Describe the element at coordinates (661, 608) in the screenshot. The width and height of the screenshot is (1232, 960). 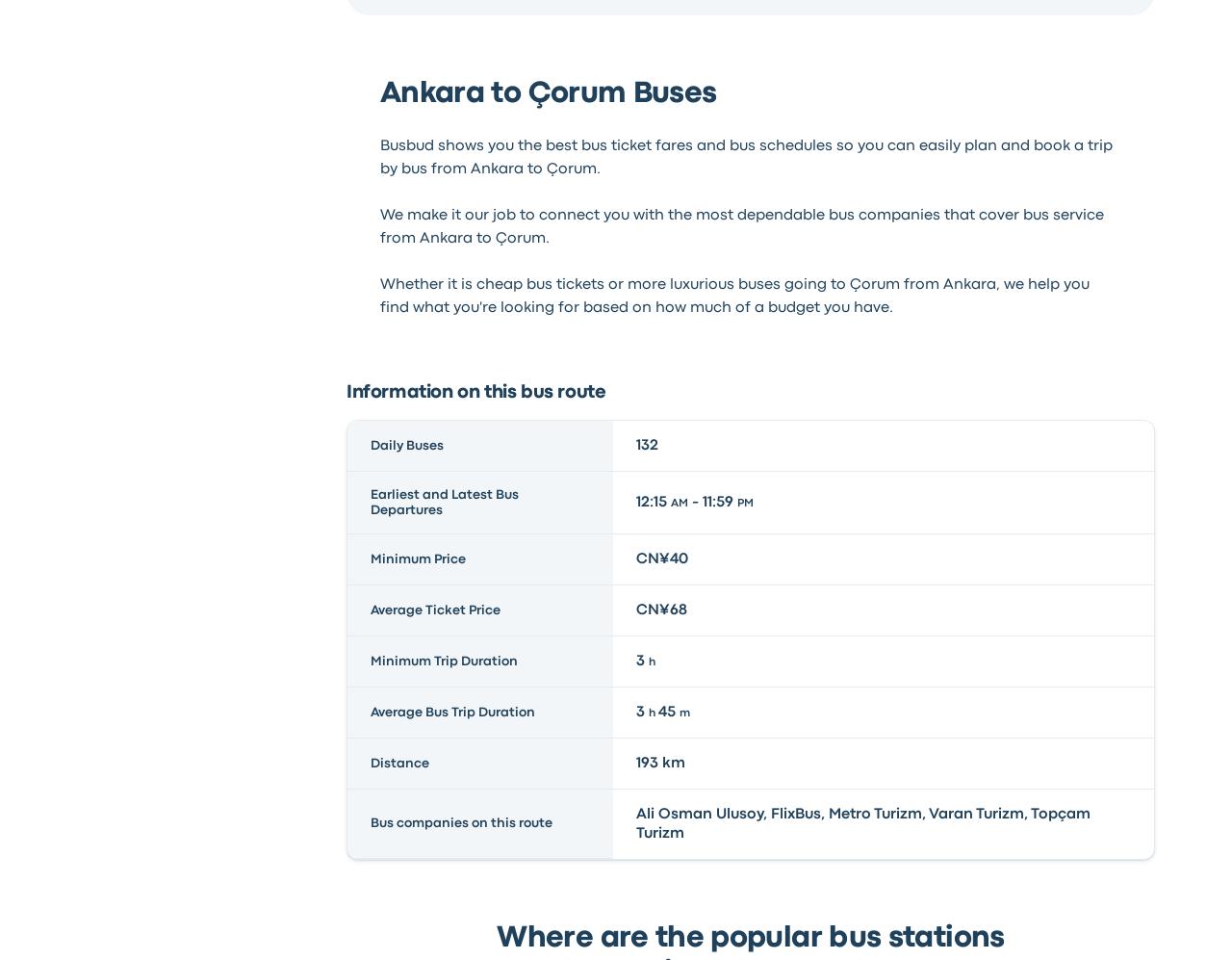
I see `'CN¥68'` at that location.